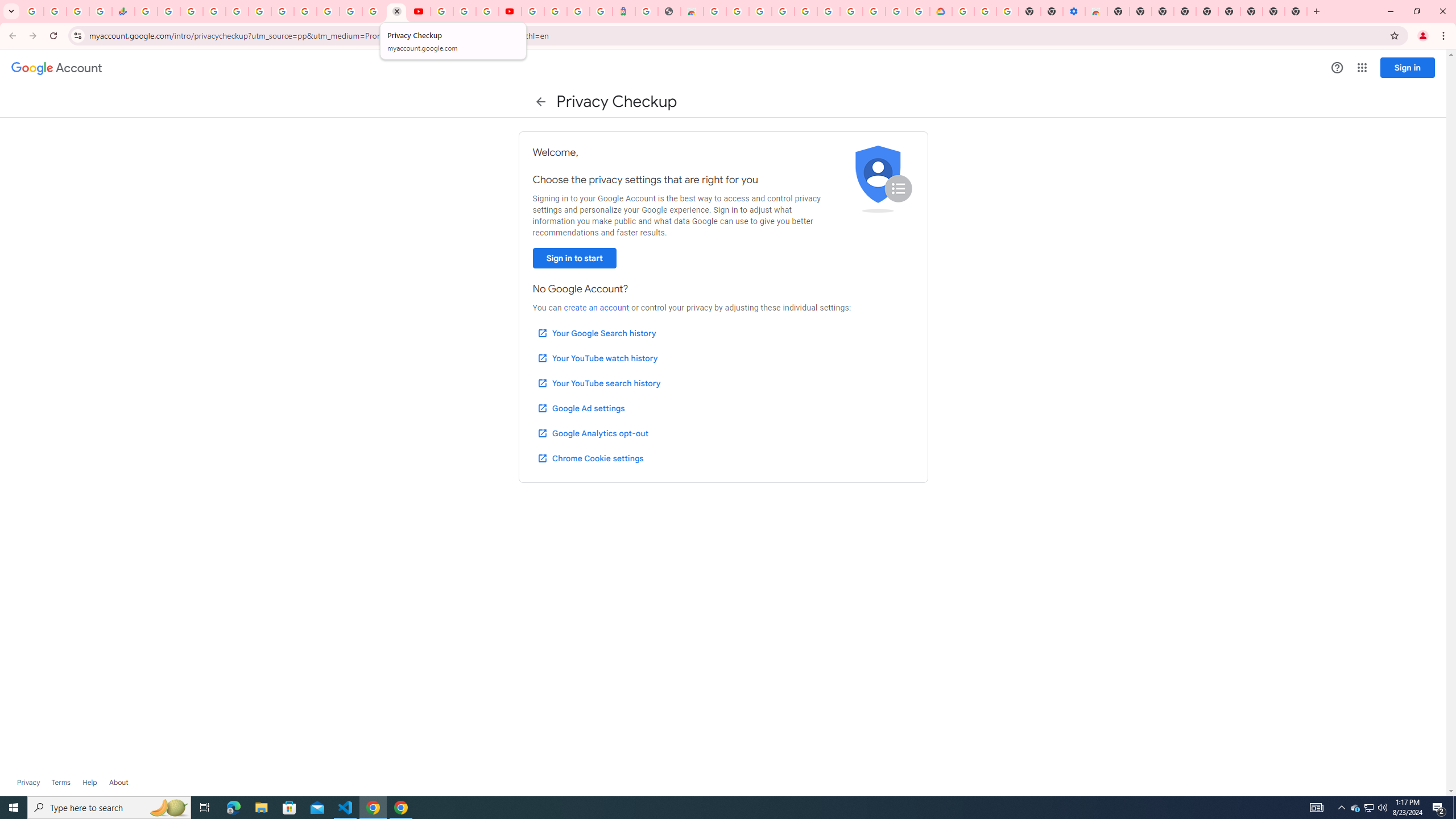 This screenshot has height=819, width=1456. What do you see at coordinates (573, 258) in the screenshot?
I see `'Sign in to start'` at bounding box center [573, 258].